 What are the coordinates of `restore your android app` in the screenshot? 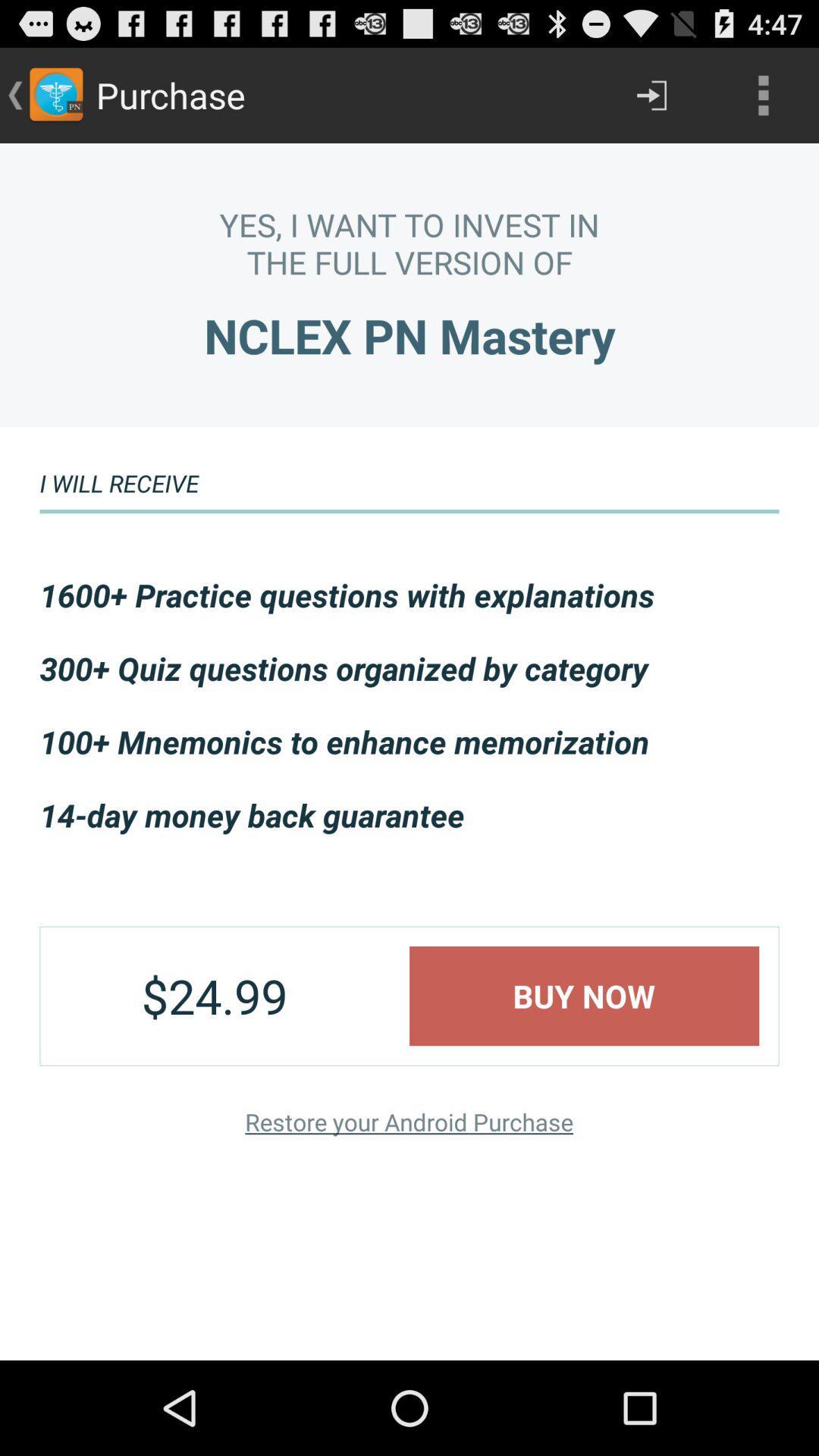 It's located at (408, 1122).